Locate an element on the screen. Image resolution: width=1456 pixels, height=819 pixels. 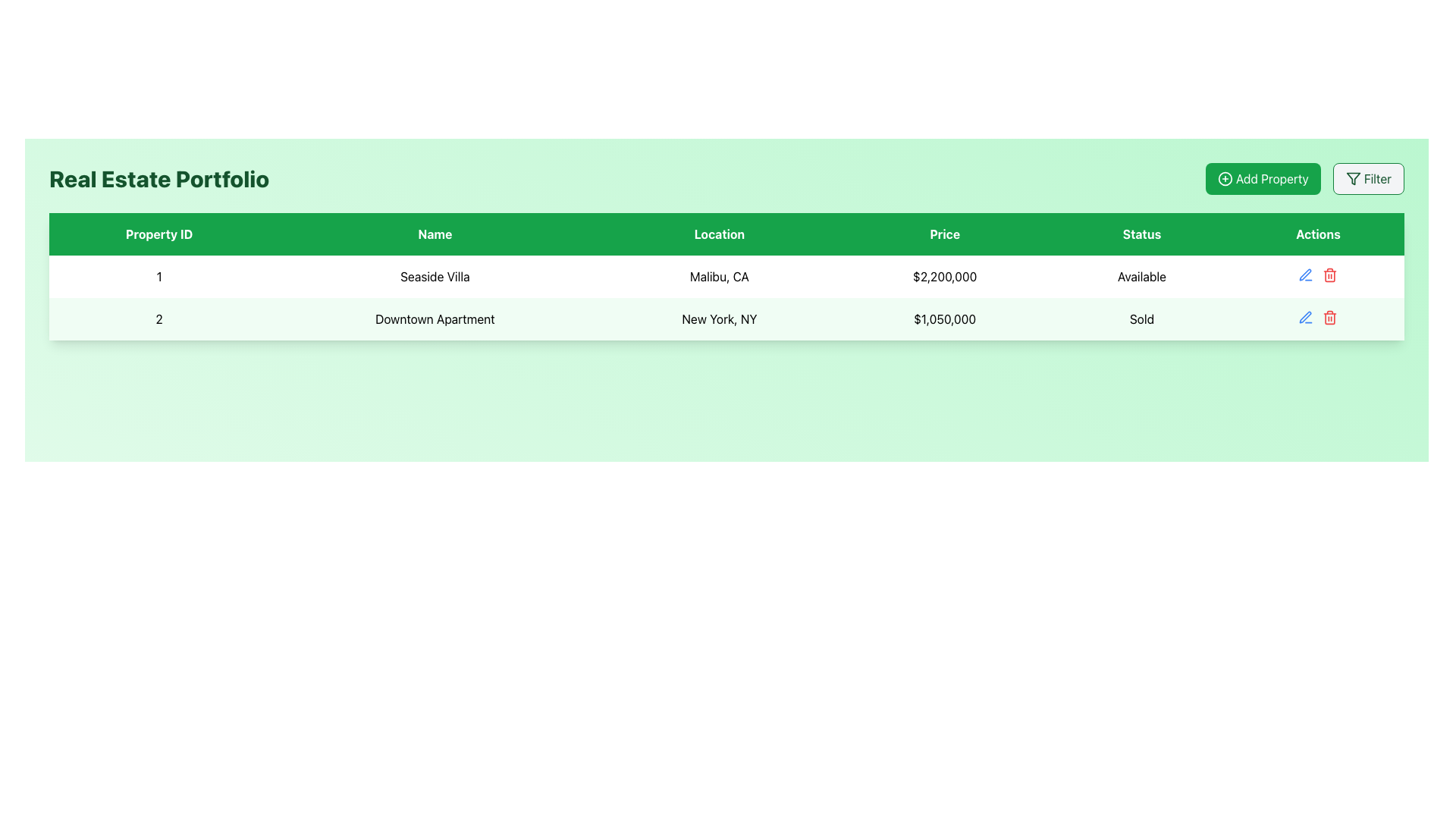
content displayed in the Text Label that identifies the first property in the table under the 'Property ID' header, located in the first row and first column of the table is located at coordinates (159, 277).